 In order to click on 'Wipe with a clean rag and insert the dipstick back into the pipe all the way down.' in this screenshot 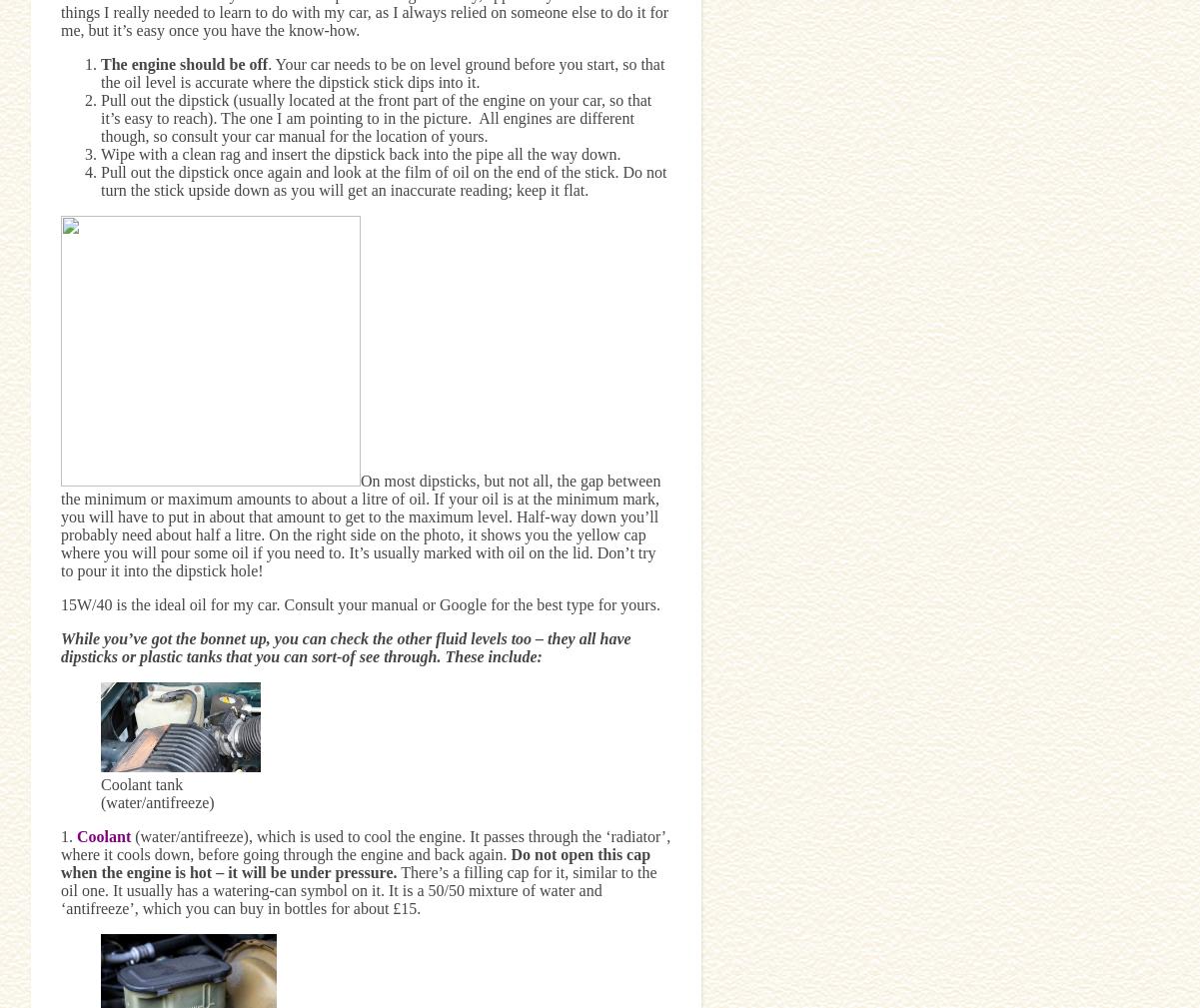, I will do `click(360, 152)`.